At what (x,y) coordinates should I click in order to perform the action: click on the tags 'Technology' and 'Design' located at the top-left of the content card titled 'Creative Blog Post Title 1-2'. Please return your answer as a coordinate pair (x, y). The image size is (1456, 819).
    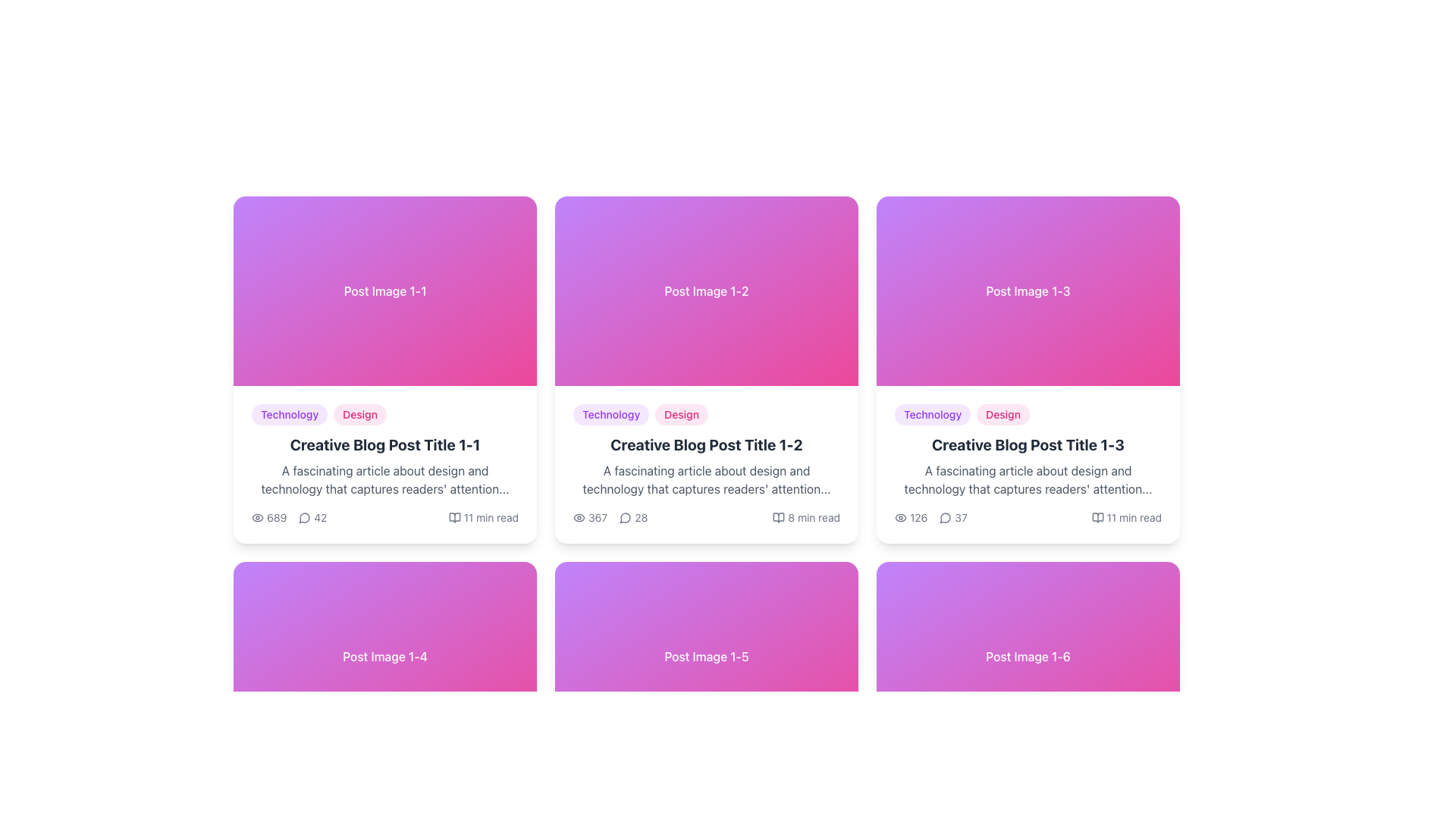
    Looking at the image, I should click on (705, 415).